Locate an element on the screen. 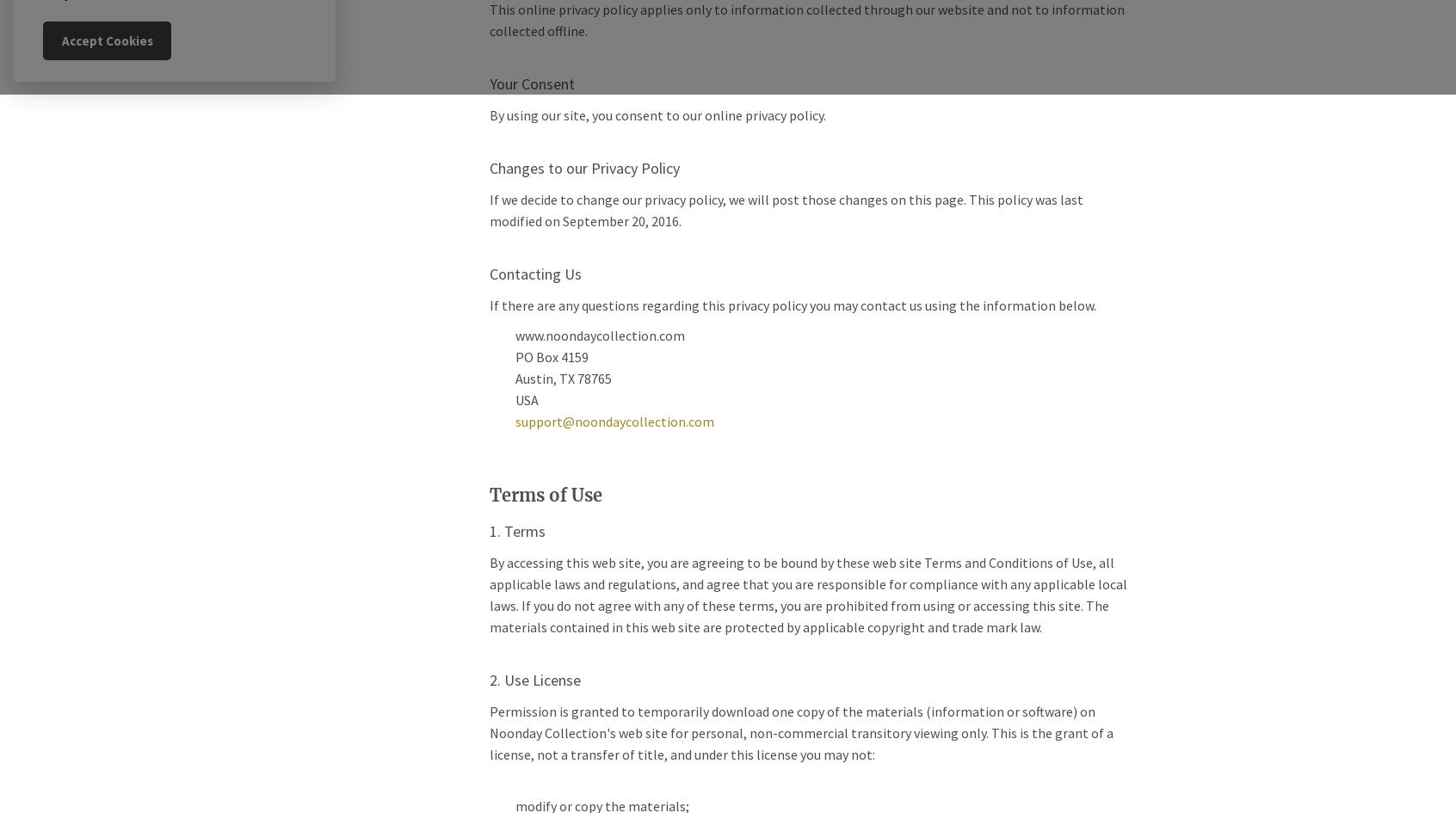  '2. Use License' is located at coordinates (533, 679).